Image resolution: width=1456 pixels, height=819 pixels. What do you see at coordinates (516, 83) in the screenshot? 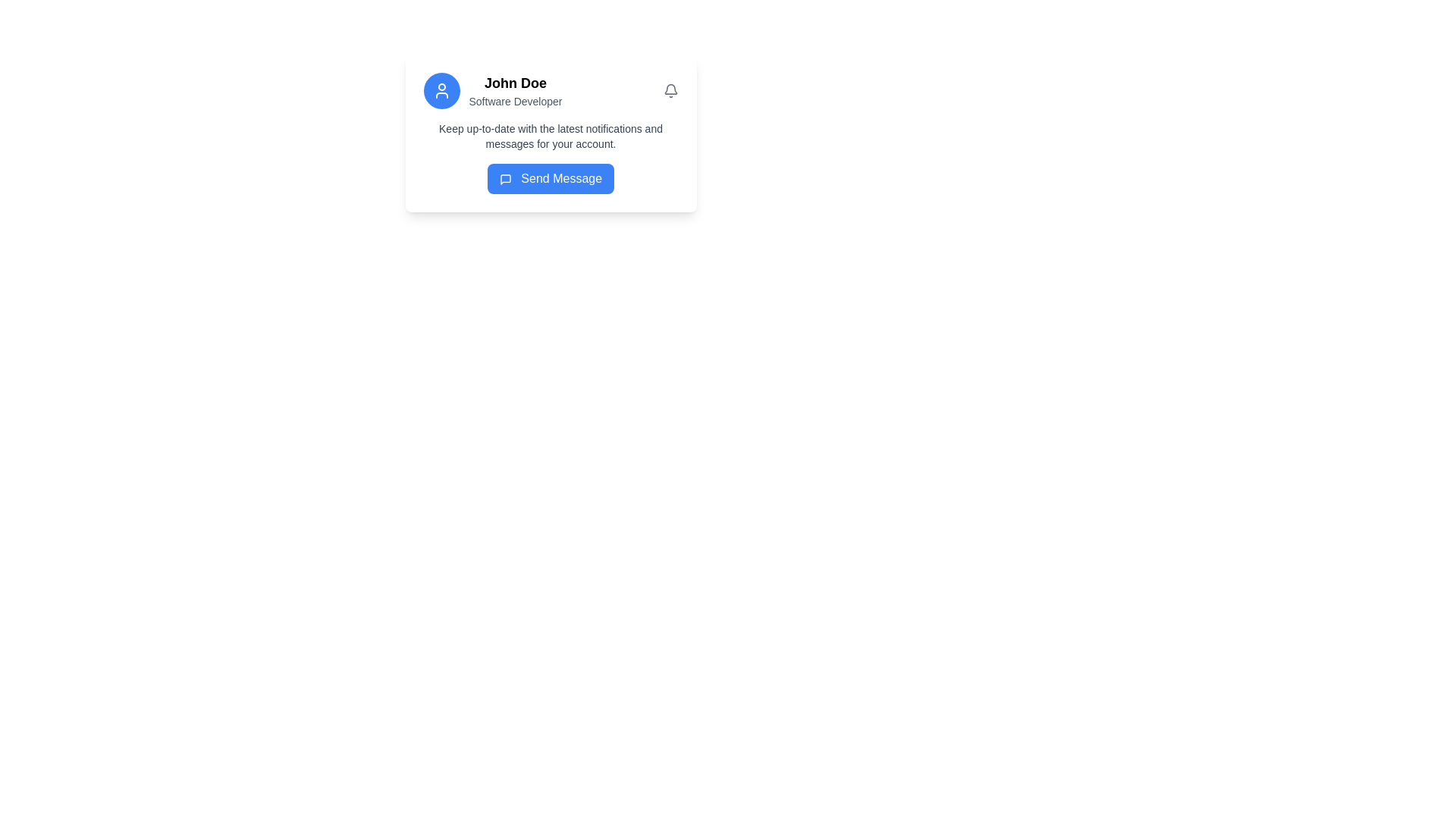
I see `the text display element that shows the user's name on the profile card, located at the upper-left of the user profile card, next to the circular user avatar icon` at bounding box center [516, 83].